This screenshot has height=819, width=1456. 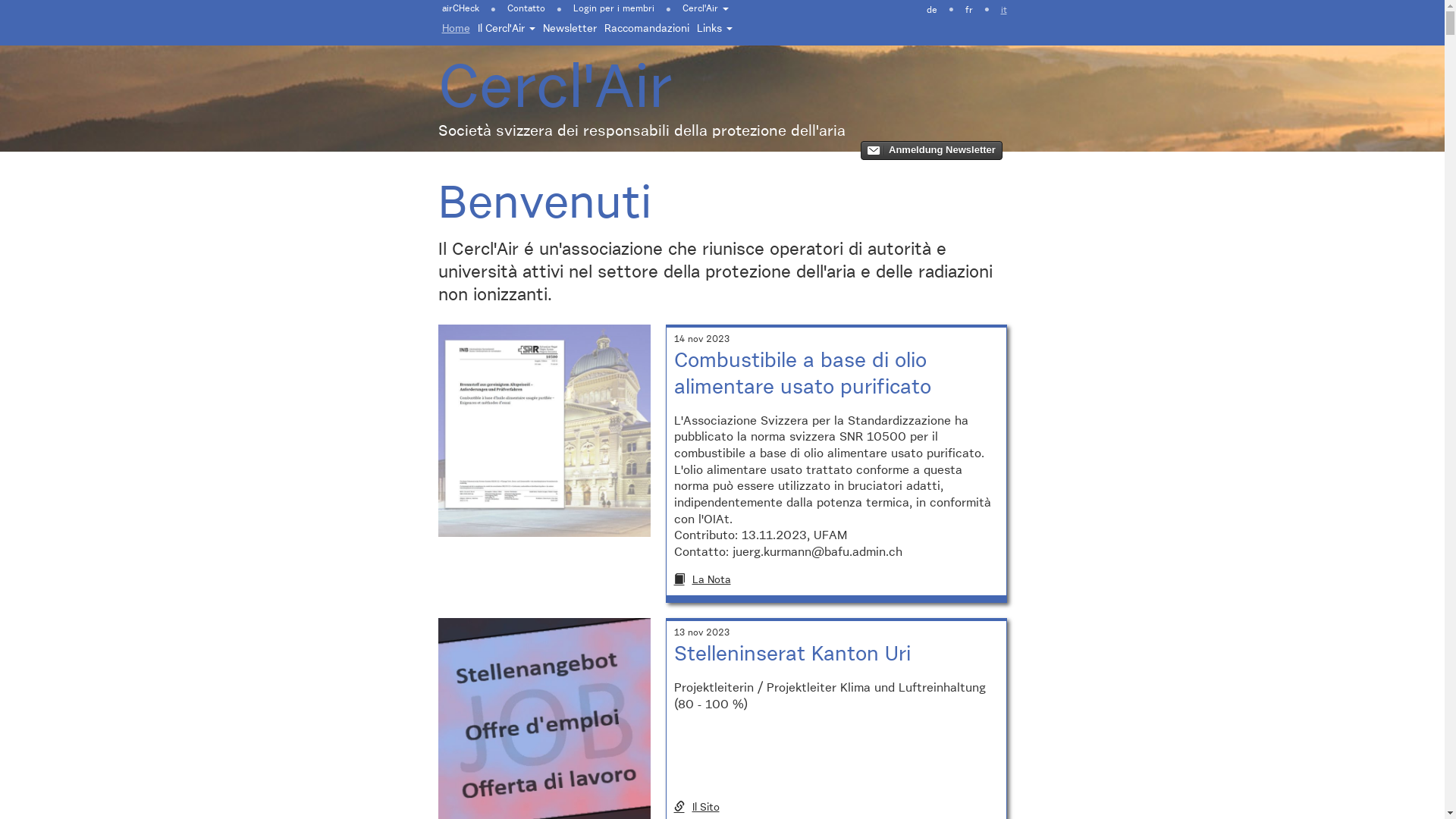 What do you see at coordinates (968, 9) in the screenshot?
I see `'fr'` at bounding box center [968, 9].